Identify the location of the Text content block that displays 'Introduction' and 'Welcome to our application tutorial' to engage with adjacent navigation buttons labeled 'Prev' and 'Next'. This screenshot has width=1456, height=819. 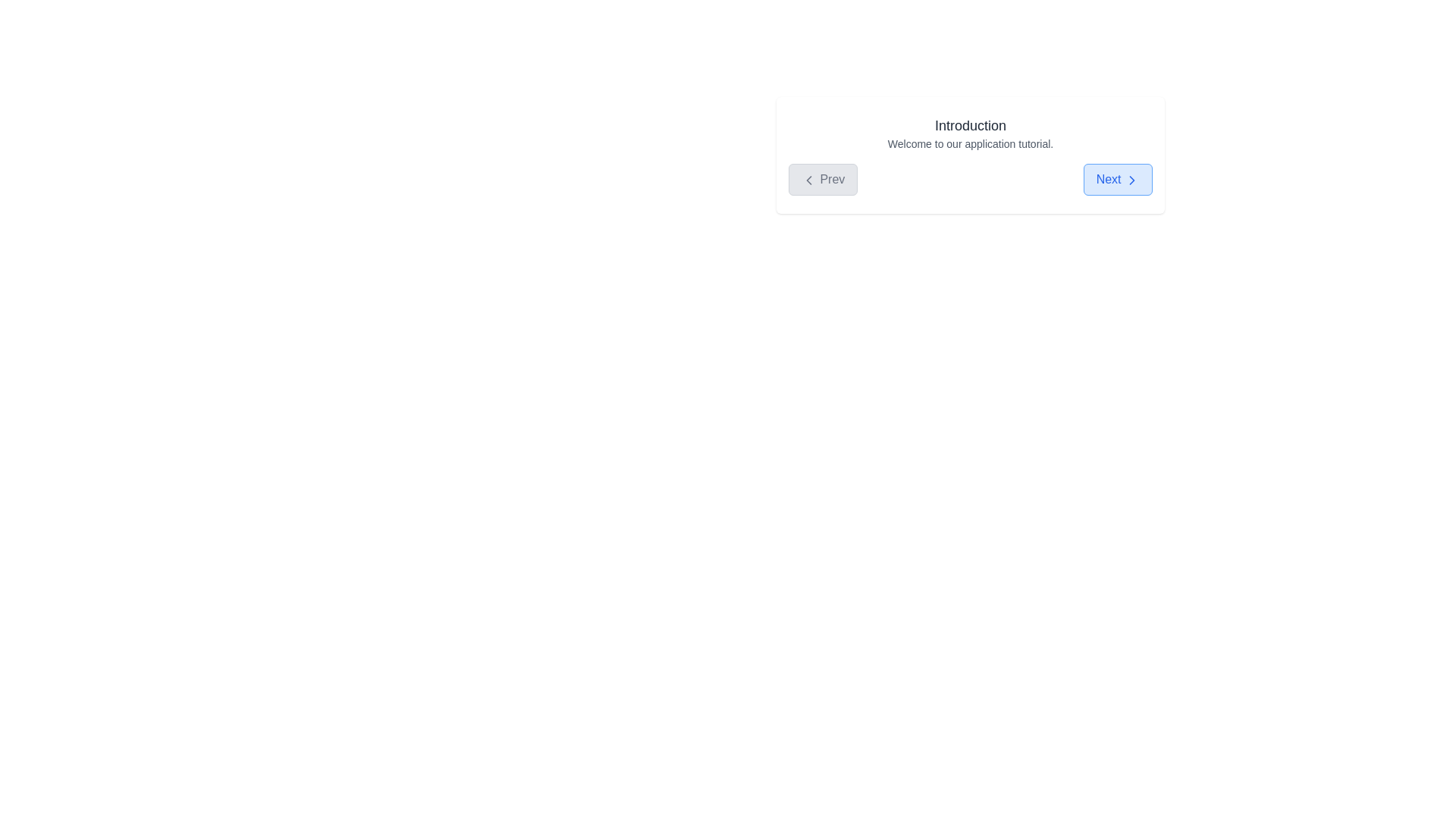
(971, 133).